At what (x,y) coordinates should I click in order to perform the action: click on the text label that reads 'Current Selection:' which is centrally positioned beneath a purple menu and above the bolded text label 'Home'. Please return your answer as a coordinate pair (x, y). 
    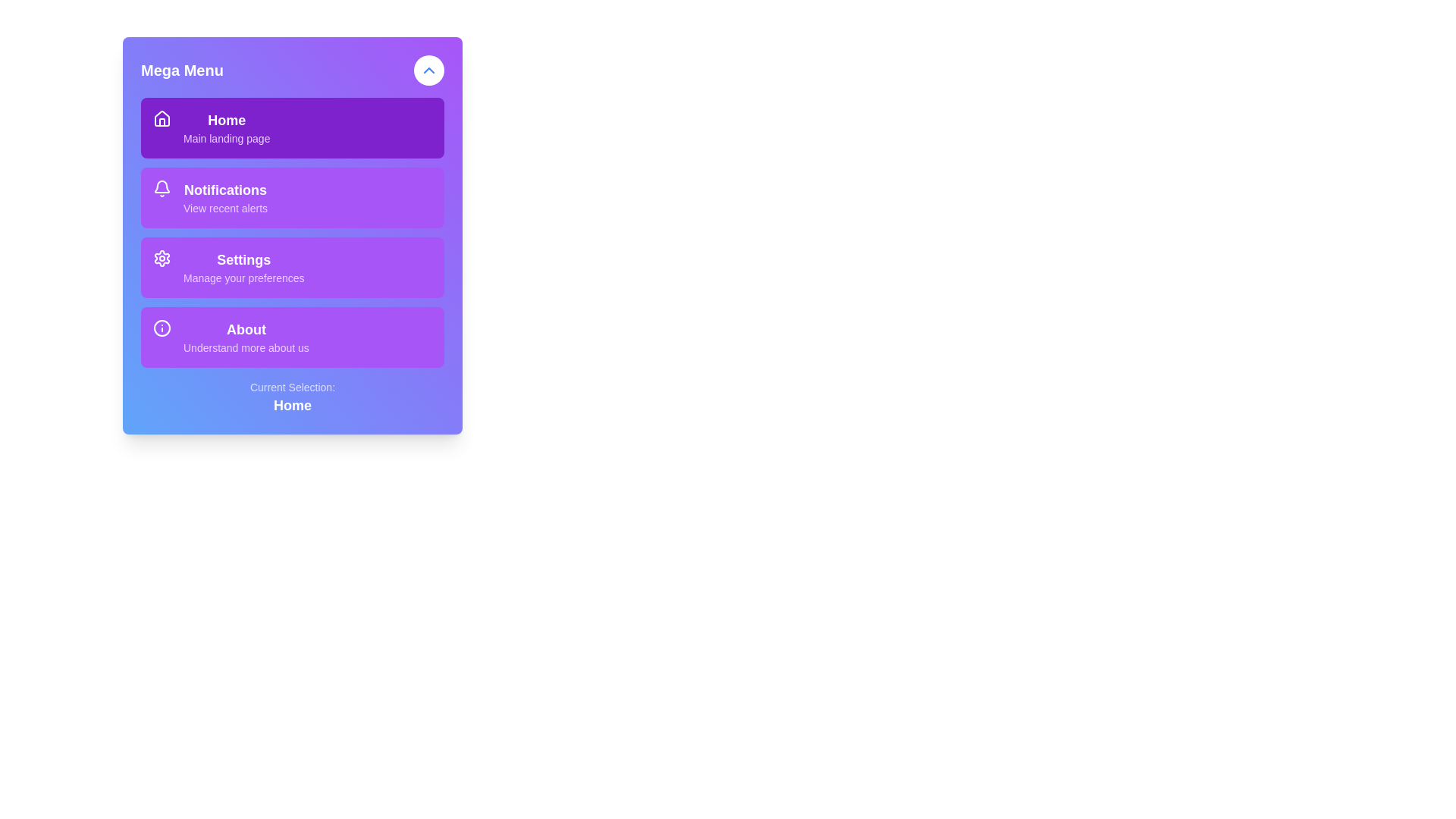
    Looking at the image, I should click on (292, 386).